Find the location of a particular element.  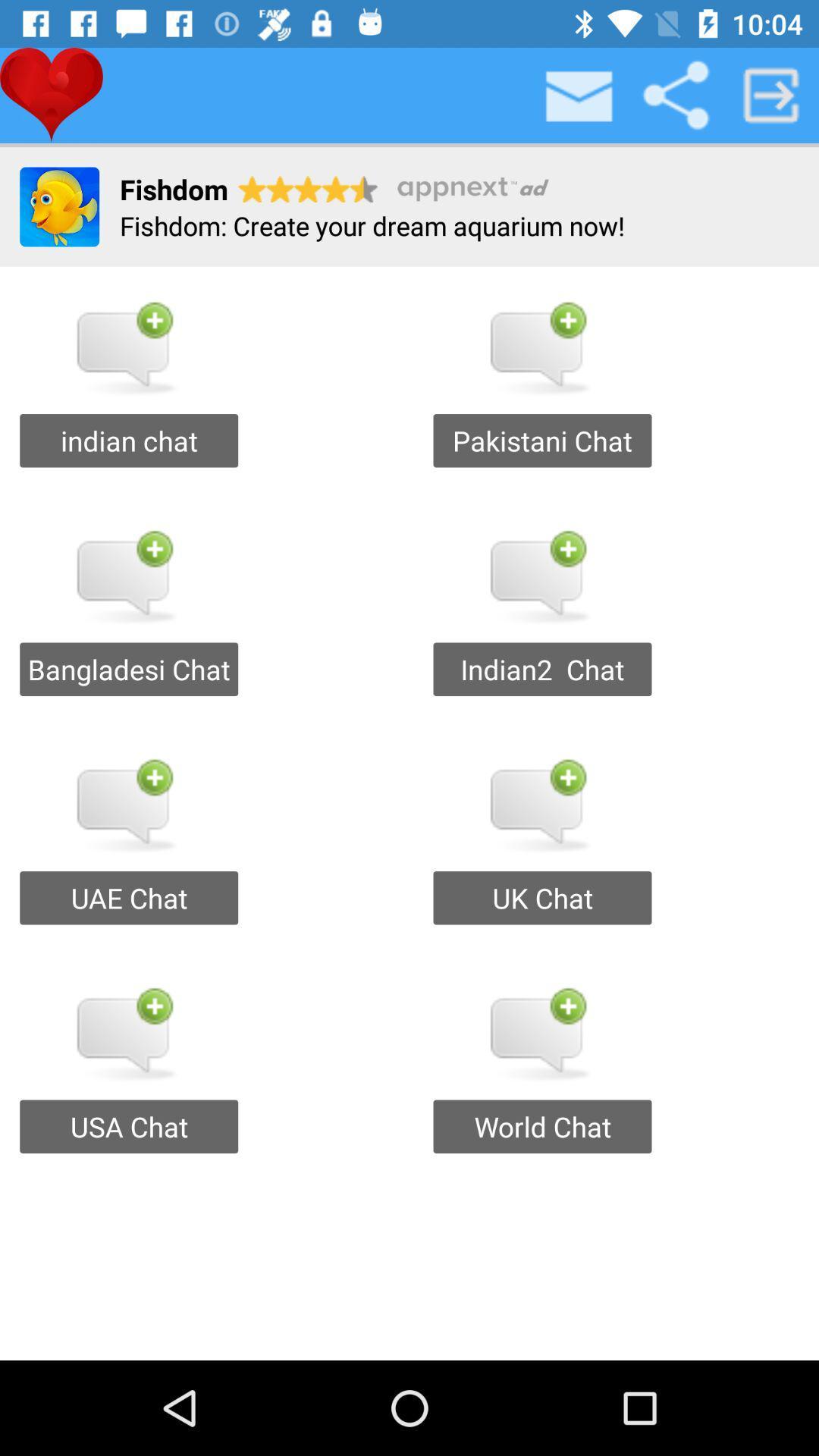

inbox is located at coordinates (579, 94).